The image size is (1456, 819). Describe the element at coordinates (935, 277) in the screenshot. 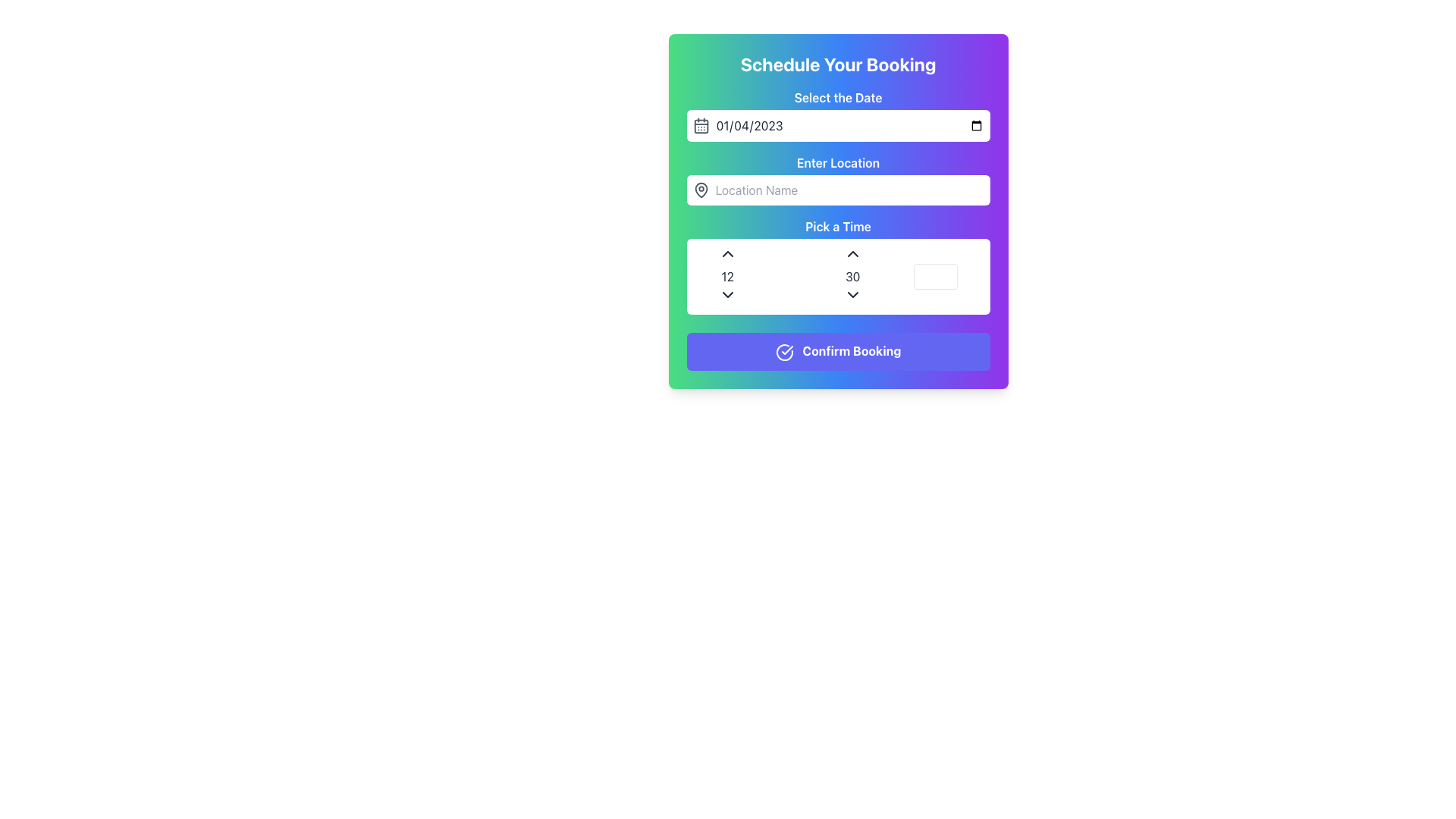

I see `the Toggle button for AM/PM selection located in the 'Pick a Time' section, positioned to the right of the minute selection element ('30')` at that location.